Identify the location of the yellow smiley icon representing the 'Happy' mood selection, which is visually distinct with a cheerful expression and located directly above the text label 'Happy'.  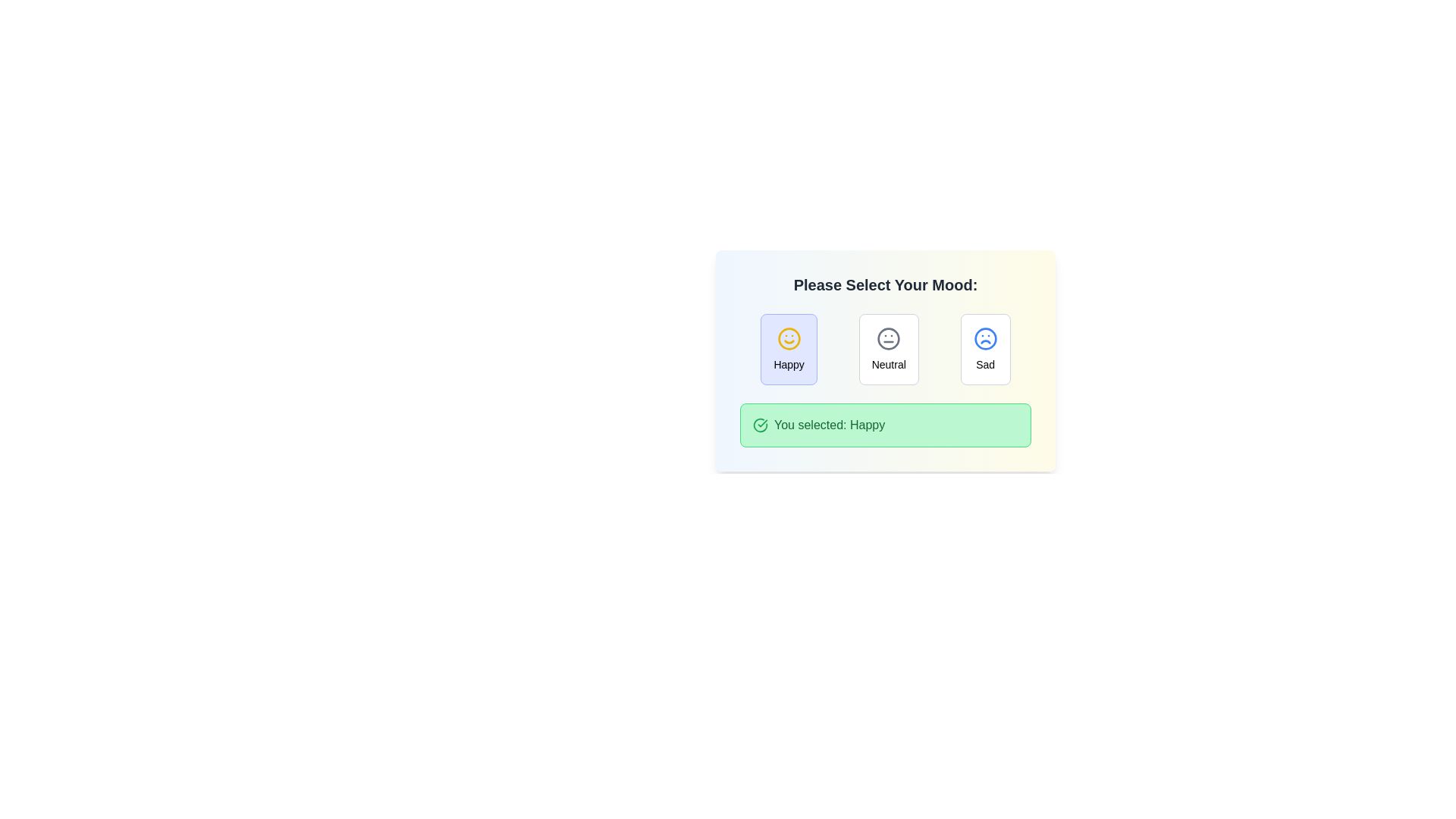
(789, 338).